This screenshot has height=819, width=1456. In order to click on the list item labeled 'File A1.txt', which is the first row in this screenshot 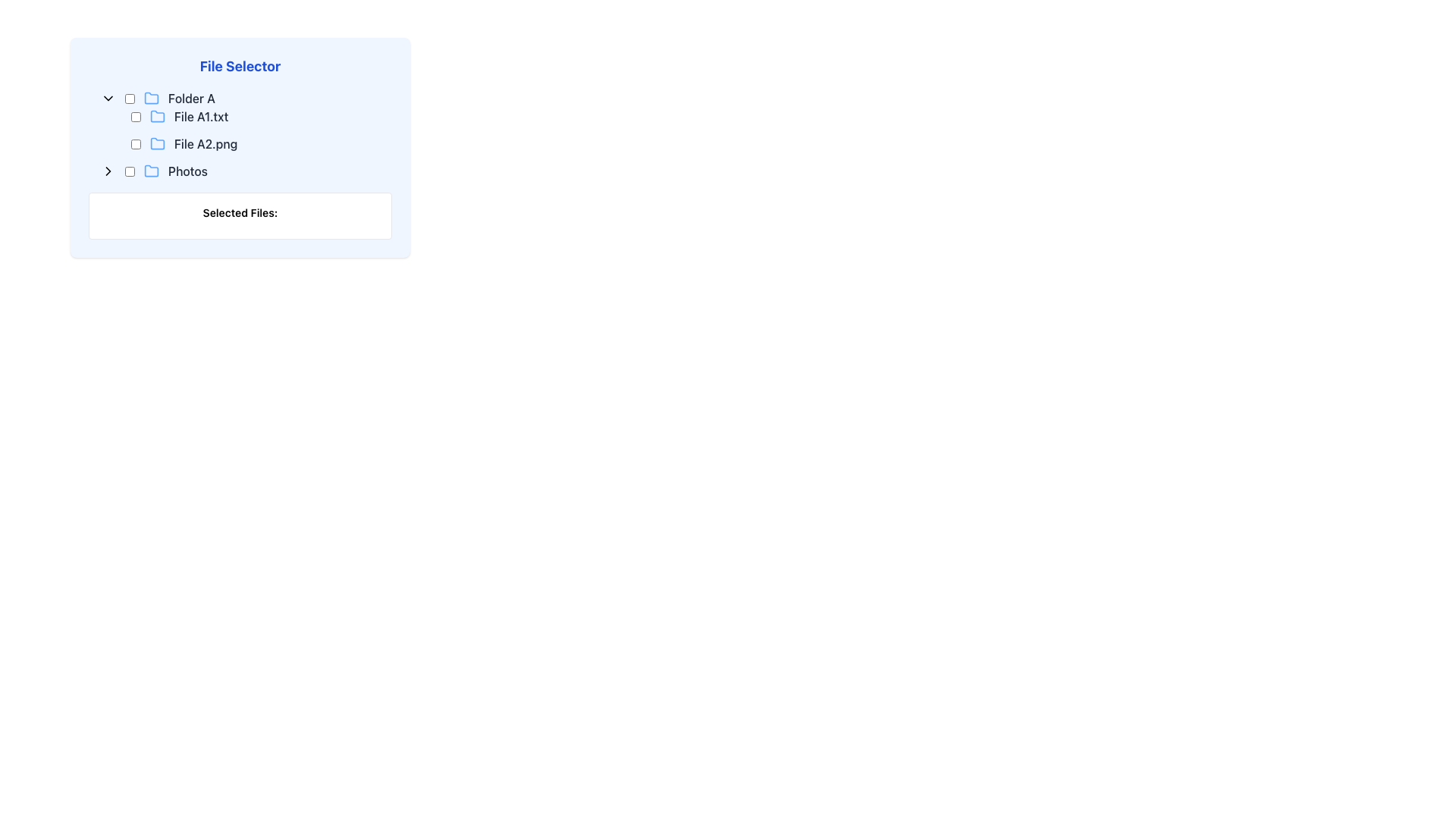, I will do `click(262, 116)`.